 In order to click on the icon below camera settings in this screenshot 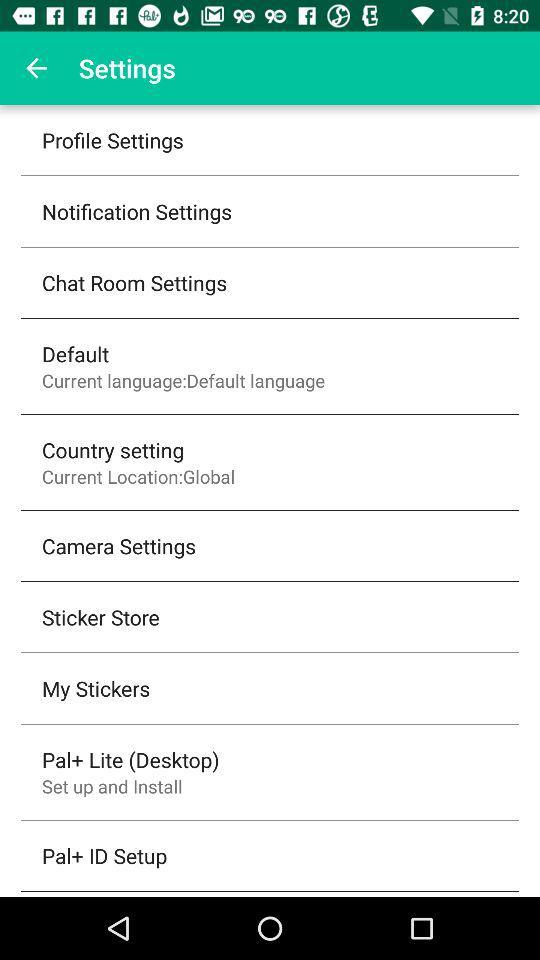, I will do `click(99, 616)`.